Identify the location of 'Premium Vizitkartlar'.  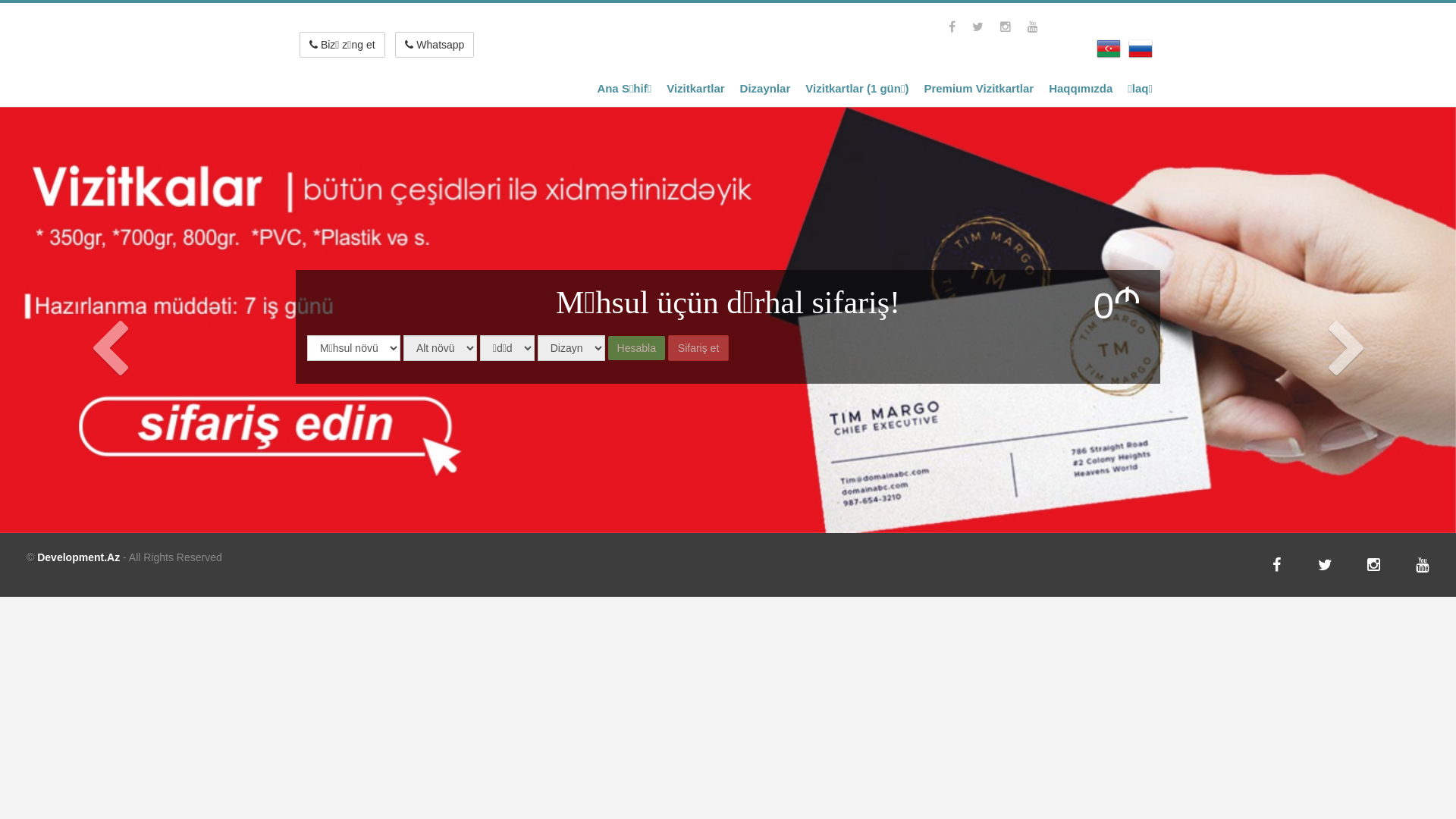
(978, 89).